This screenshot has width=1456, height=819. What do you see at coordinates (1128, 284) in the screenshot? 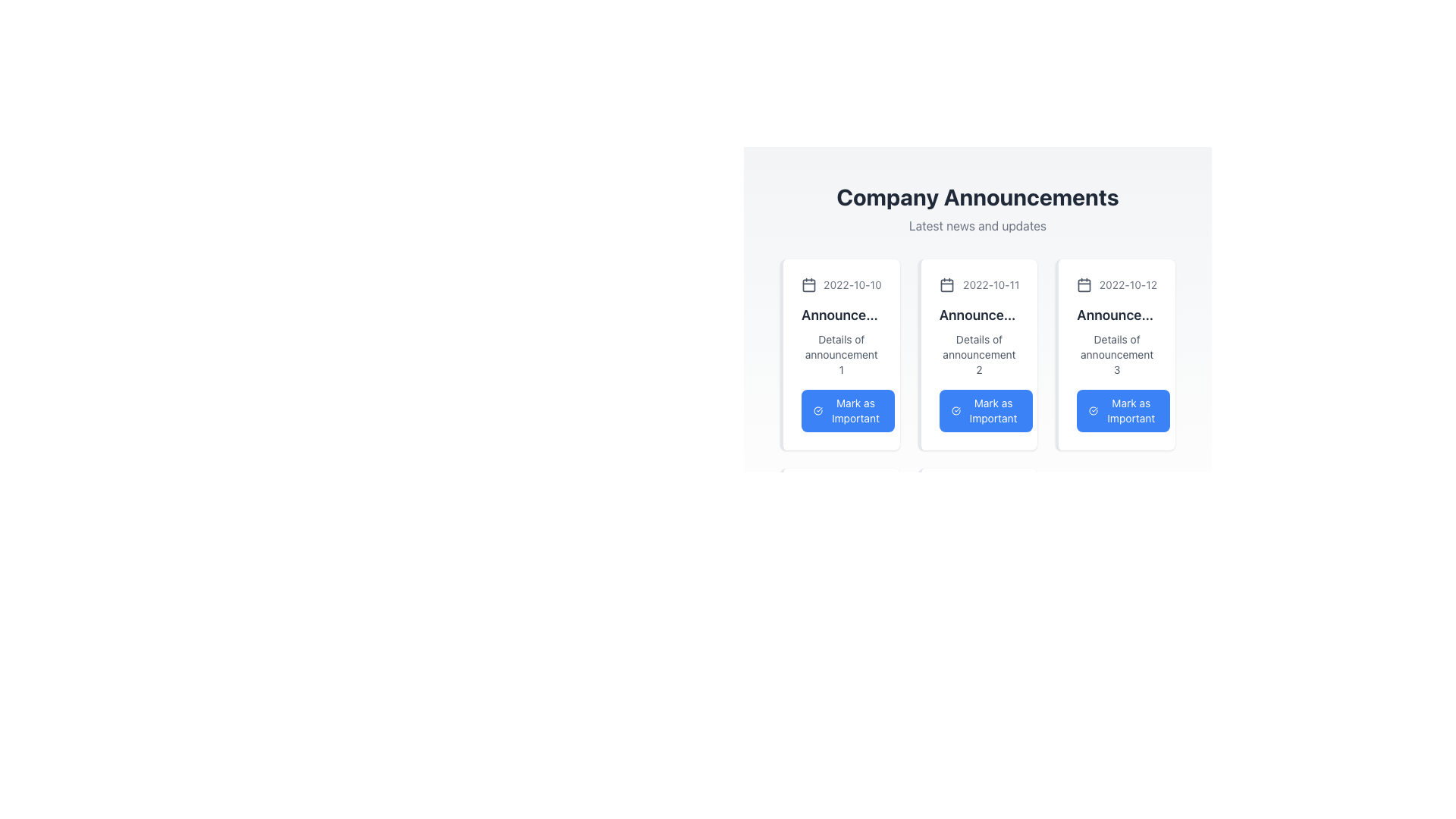
I see `date displayed in the Text Label located in the top section of the third card, aligned to the right of the calendar icon in the Announcement 3 section` at bounding box center [1128, 284].